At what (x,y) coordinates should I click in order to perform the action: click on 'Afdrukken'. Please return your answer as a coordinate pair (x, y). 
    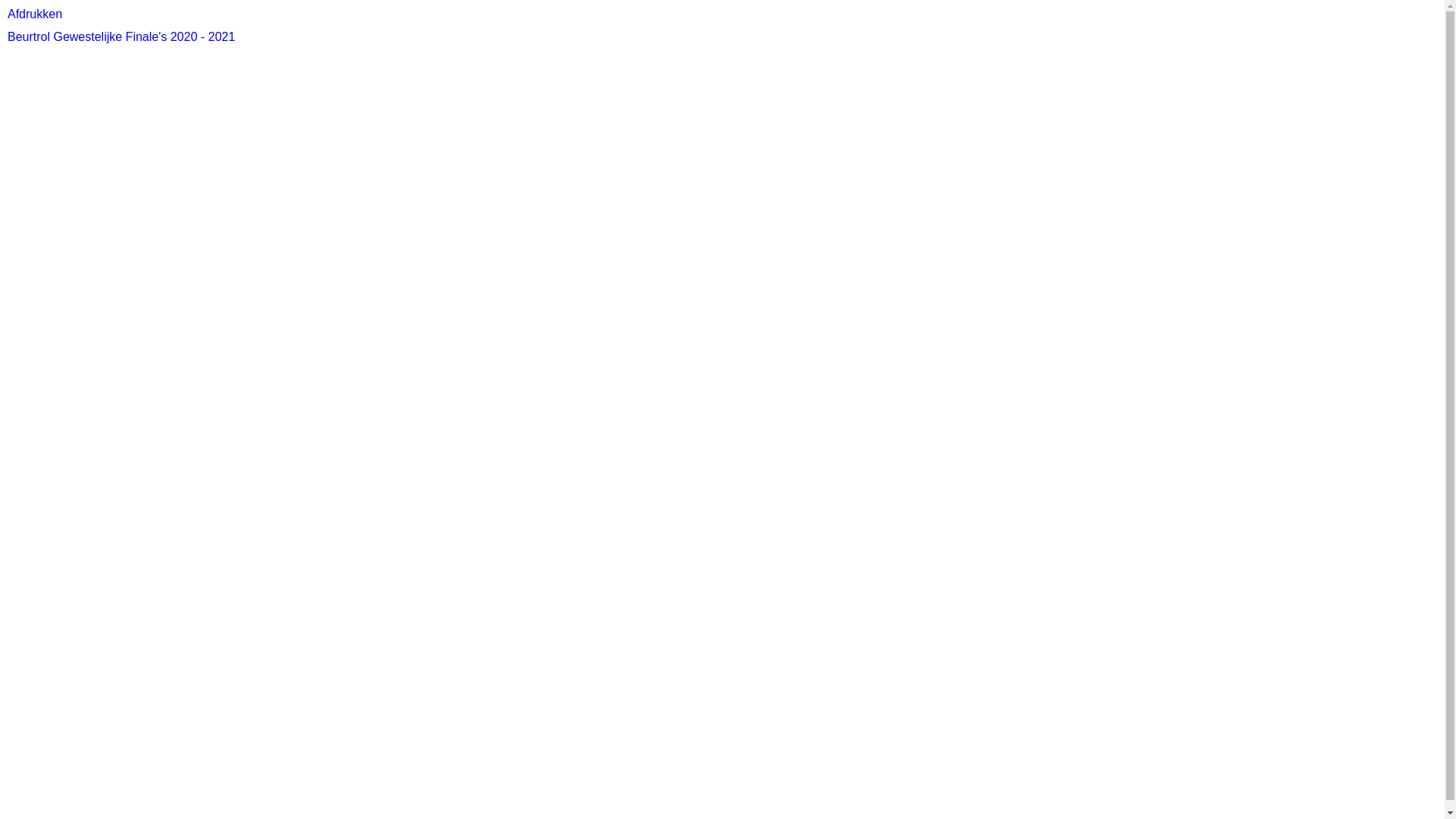
    Looking at the image, I should click on (35, 14).